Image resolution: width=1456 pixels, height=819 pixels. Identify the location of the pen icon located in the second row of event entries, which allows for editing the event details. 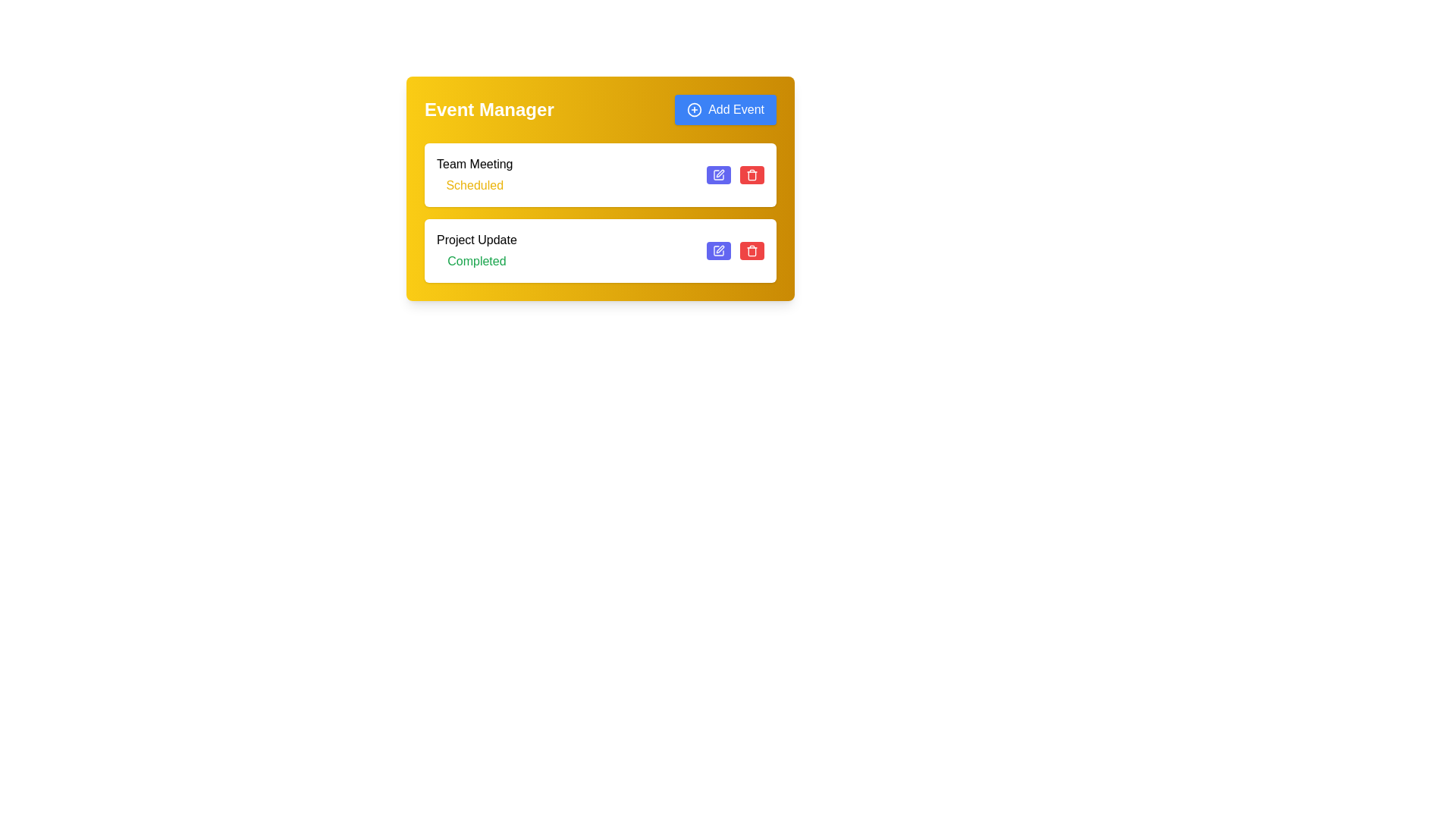
(720, 248).